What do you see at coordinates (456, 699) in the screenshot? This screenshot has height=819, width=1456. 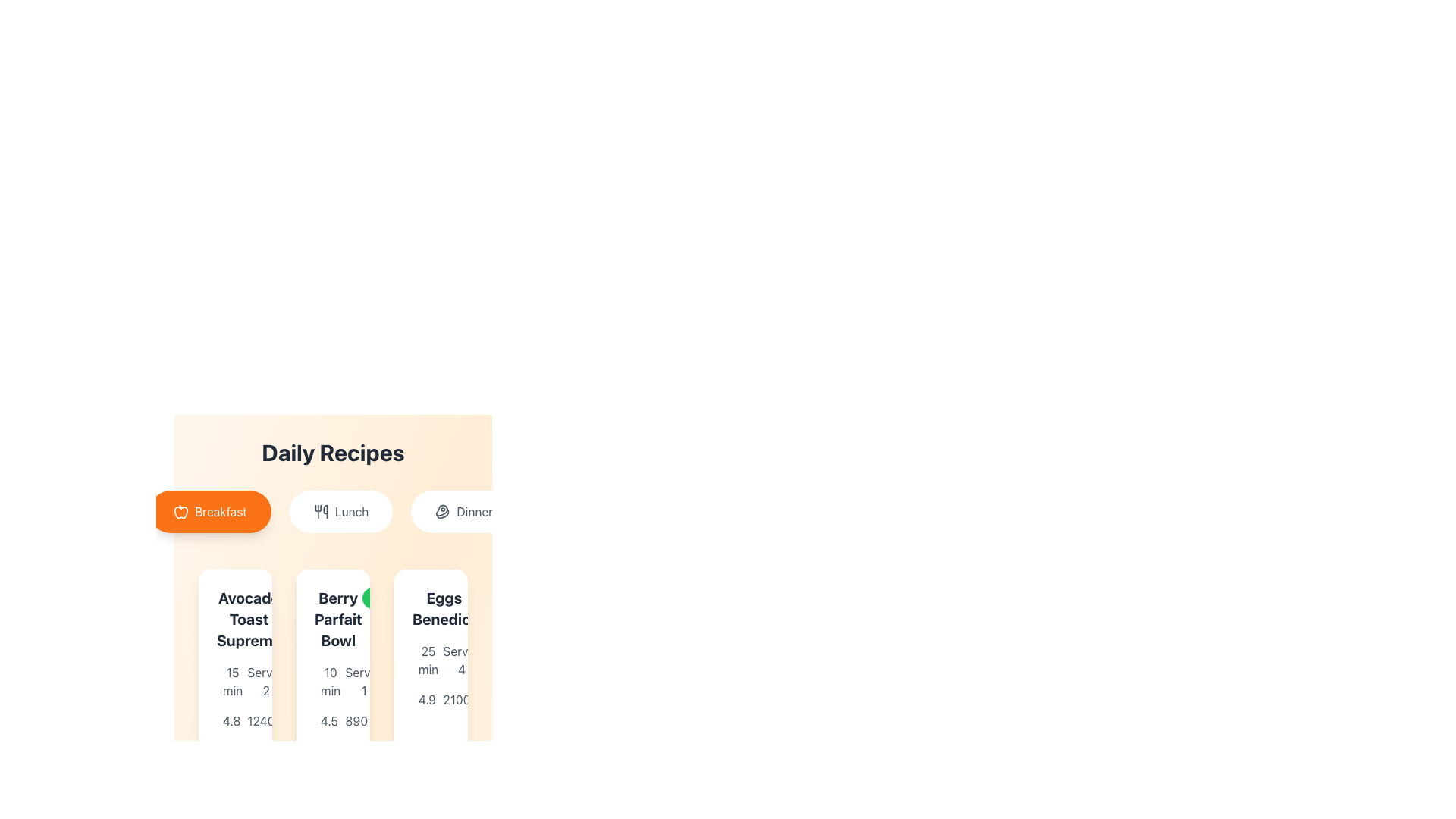 I see `the numerical value displayed in the Text display below the 'Eggs Benedict' recipe title and next` at bounding box center [456, 699].